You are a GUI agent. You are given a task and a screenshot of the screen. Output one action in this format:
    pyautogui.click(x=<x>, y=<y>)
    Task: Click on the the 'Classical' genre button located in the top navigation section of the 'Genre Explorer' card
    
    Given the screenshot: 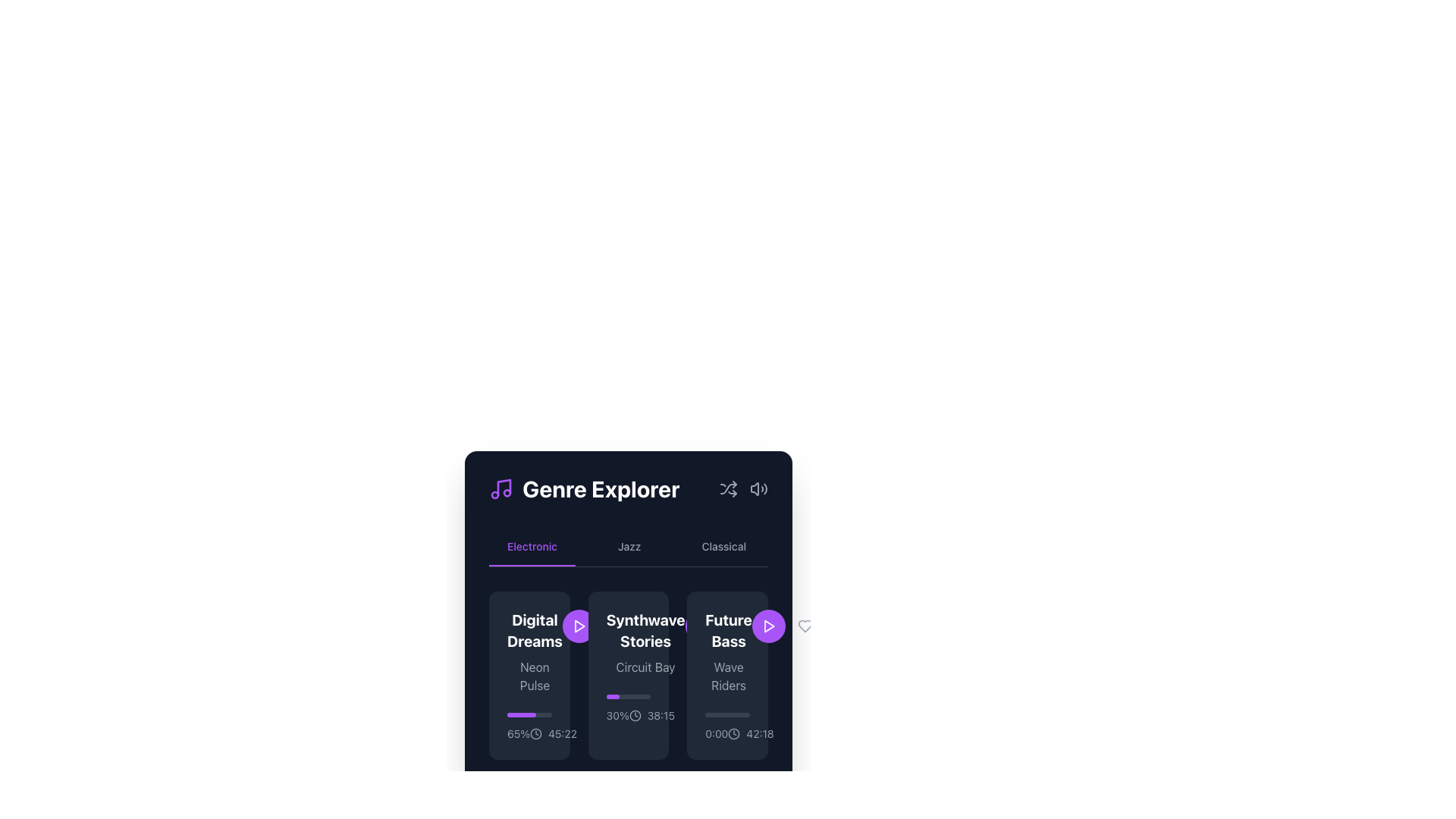 What is the action you would take?
    pyautogui.click(x=723, y=547)
    